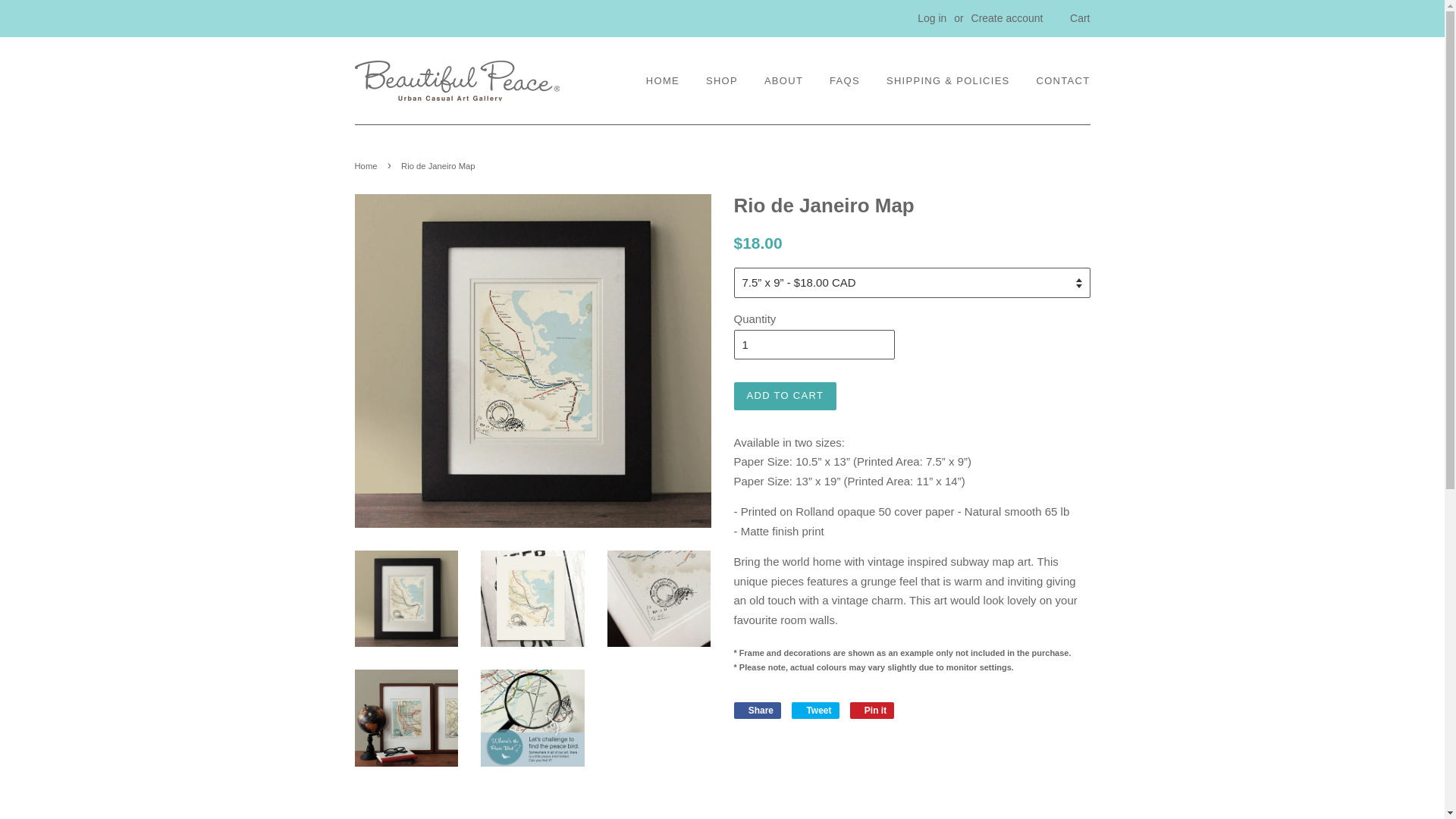 Image resolution: width=1456 pixels, height=819 pixels. What do you see at coordinates (947, 81) in the screenshot?
I see `'SHIPPING & POLICIES'` at bounding box center [947, 81].